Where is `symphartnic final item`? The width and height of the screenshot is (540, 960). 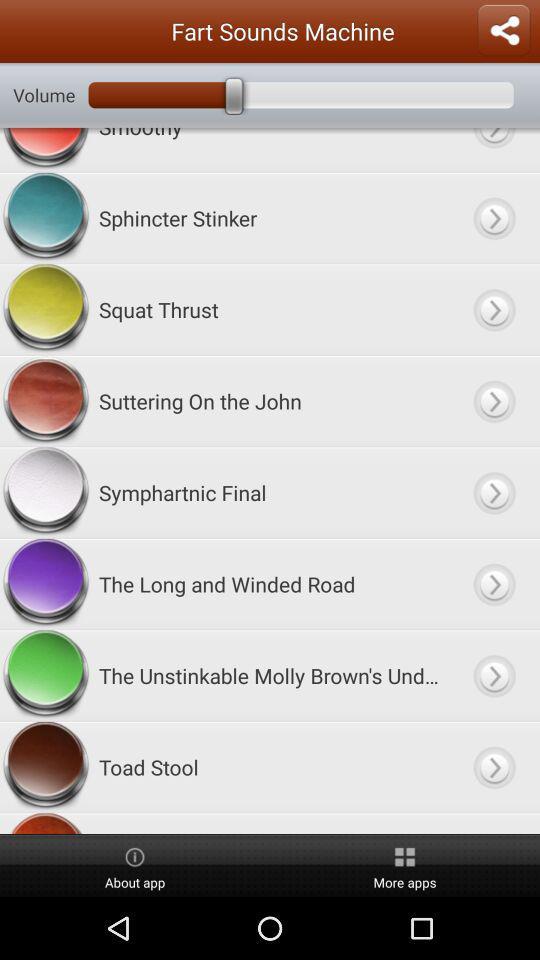
symphartnic final item is located at coordinates (269, 491).